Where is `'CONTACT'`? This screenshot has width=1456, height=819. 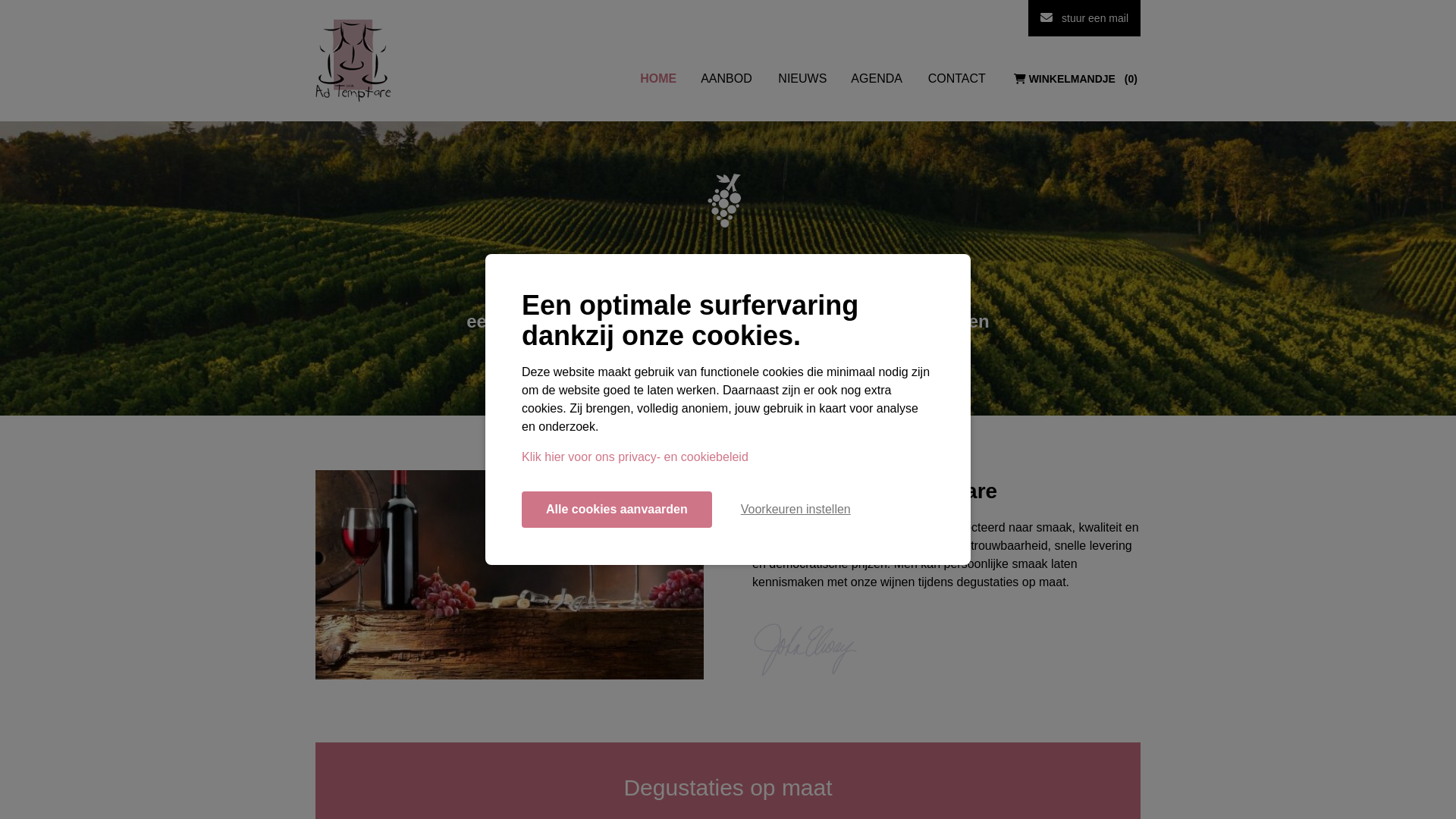 'CONTACT' is located at coordinates (927, 79).